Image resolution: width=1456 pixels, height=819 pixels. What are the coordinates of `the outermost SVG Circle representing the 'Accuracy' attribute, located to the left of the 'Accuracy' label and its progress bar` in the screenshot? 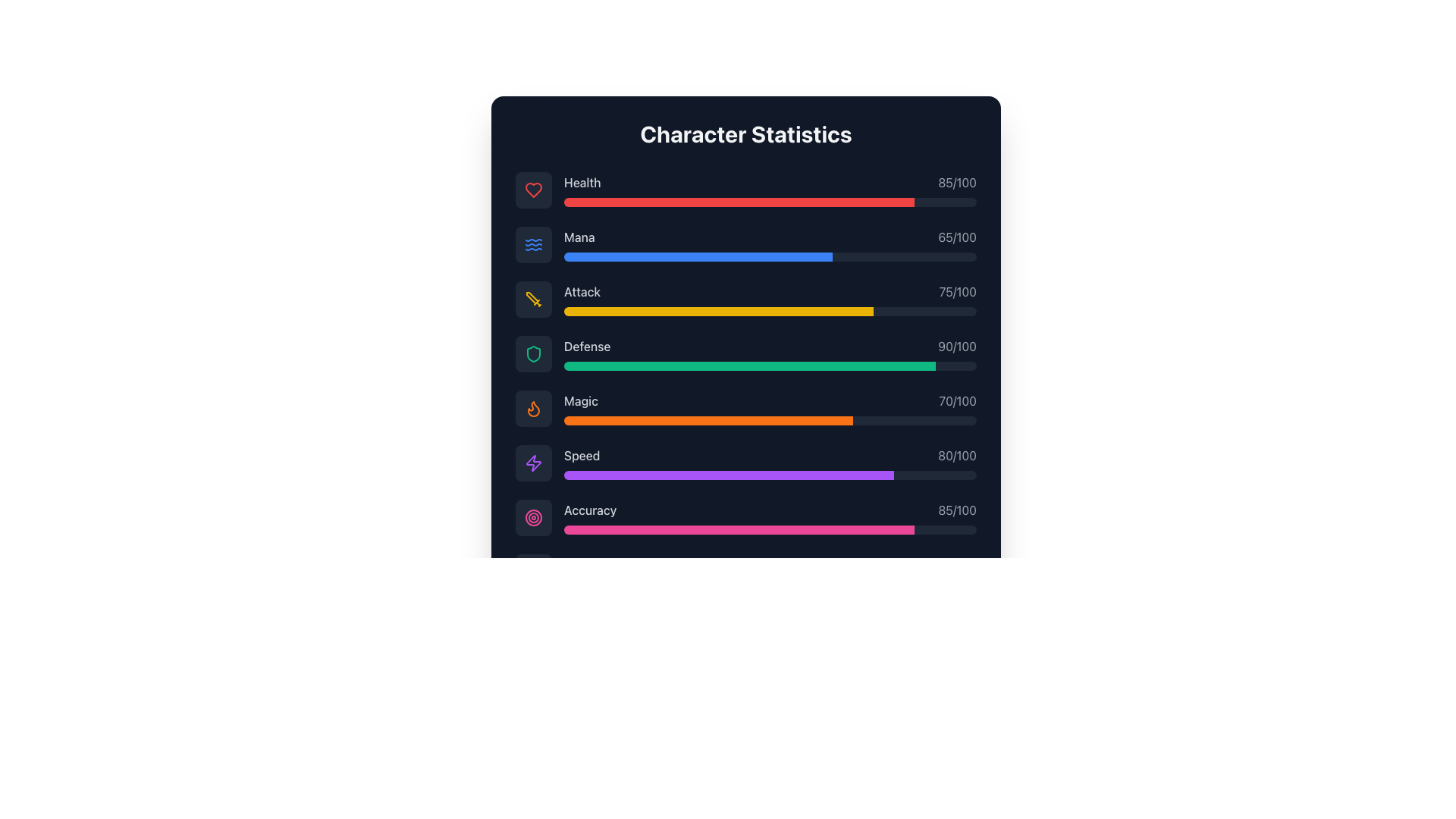 It's located at (534, 516).